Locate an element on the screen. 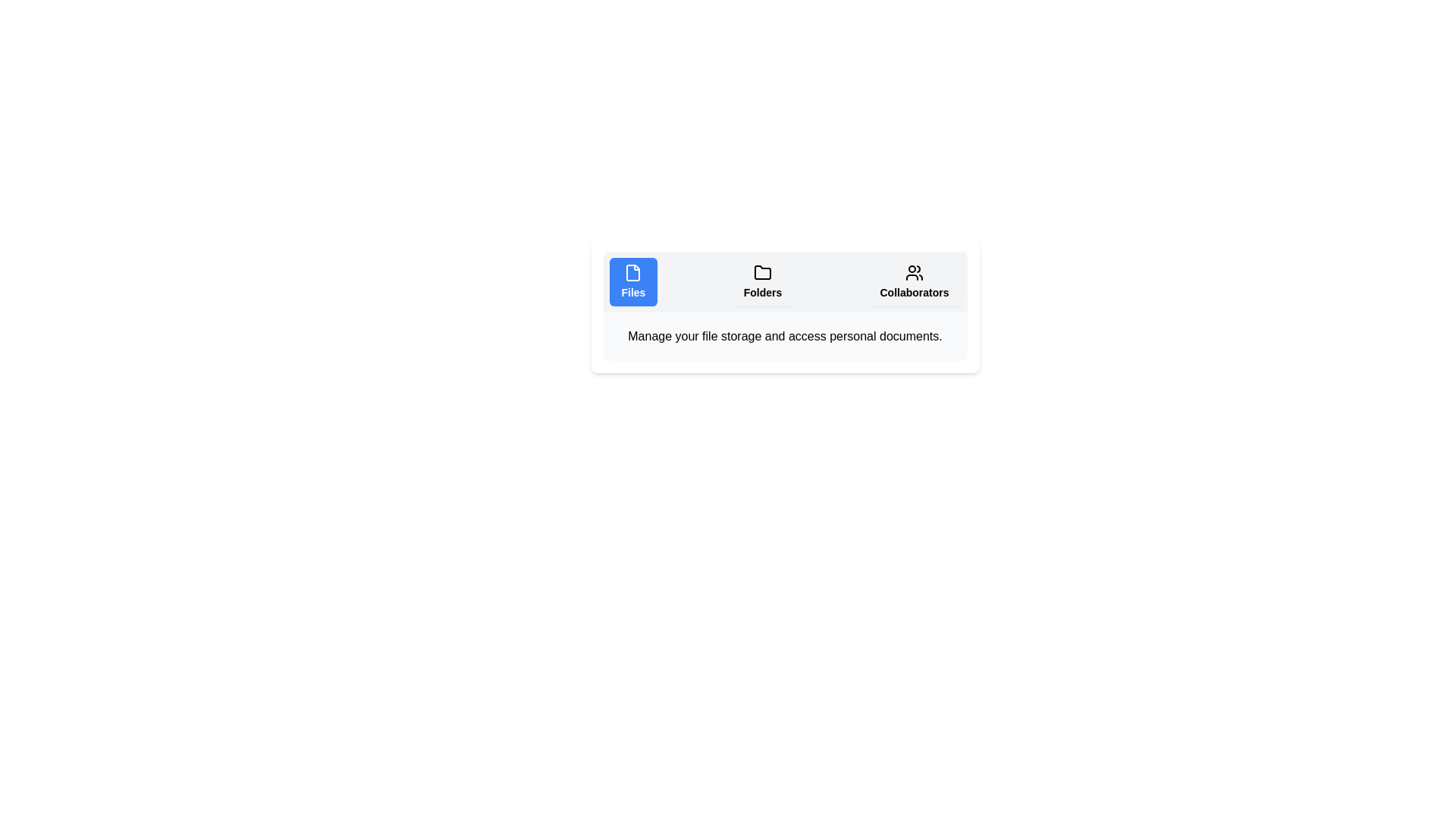  the Folders tab is located at coordinates (763, 281).